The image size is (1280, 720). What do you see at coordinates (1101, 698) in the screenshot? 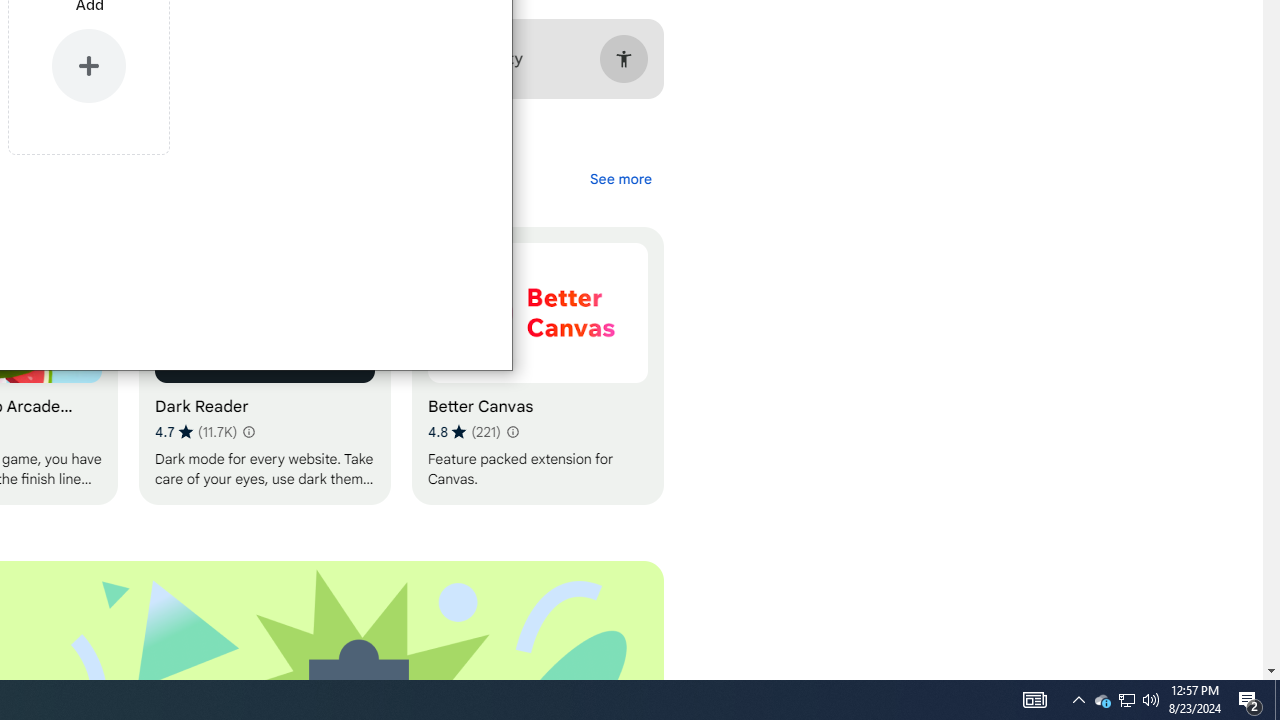
I see `'User Promoted Notification Area'` at bounding box center [1101, 698].